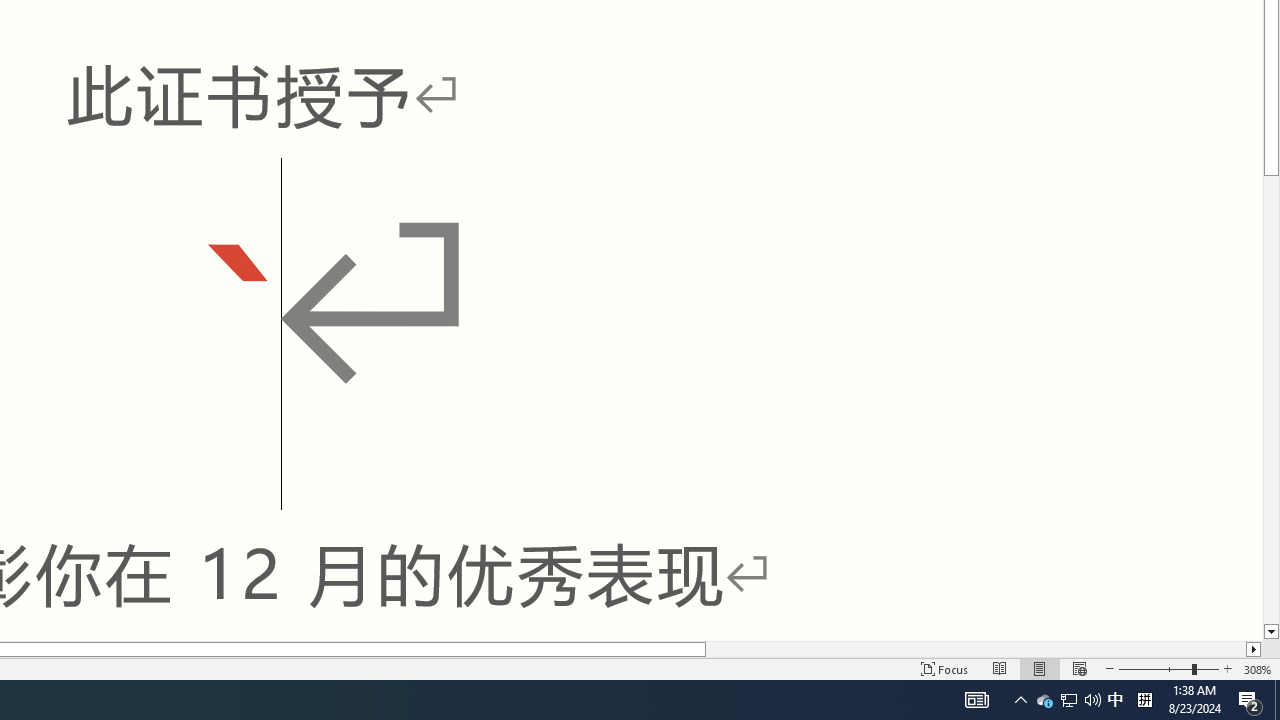 The width and height of the screenshot is (1280, 720). Describe the element at coordinates (1168, 669) in the screenshot. I see `'Zoom'` at that location.